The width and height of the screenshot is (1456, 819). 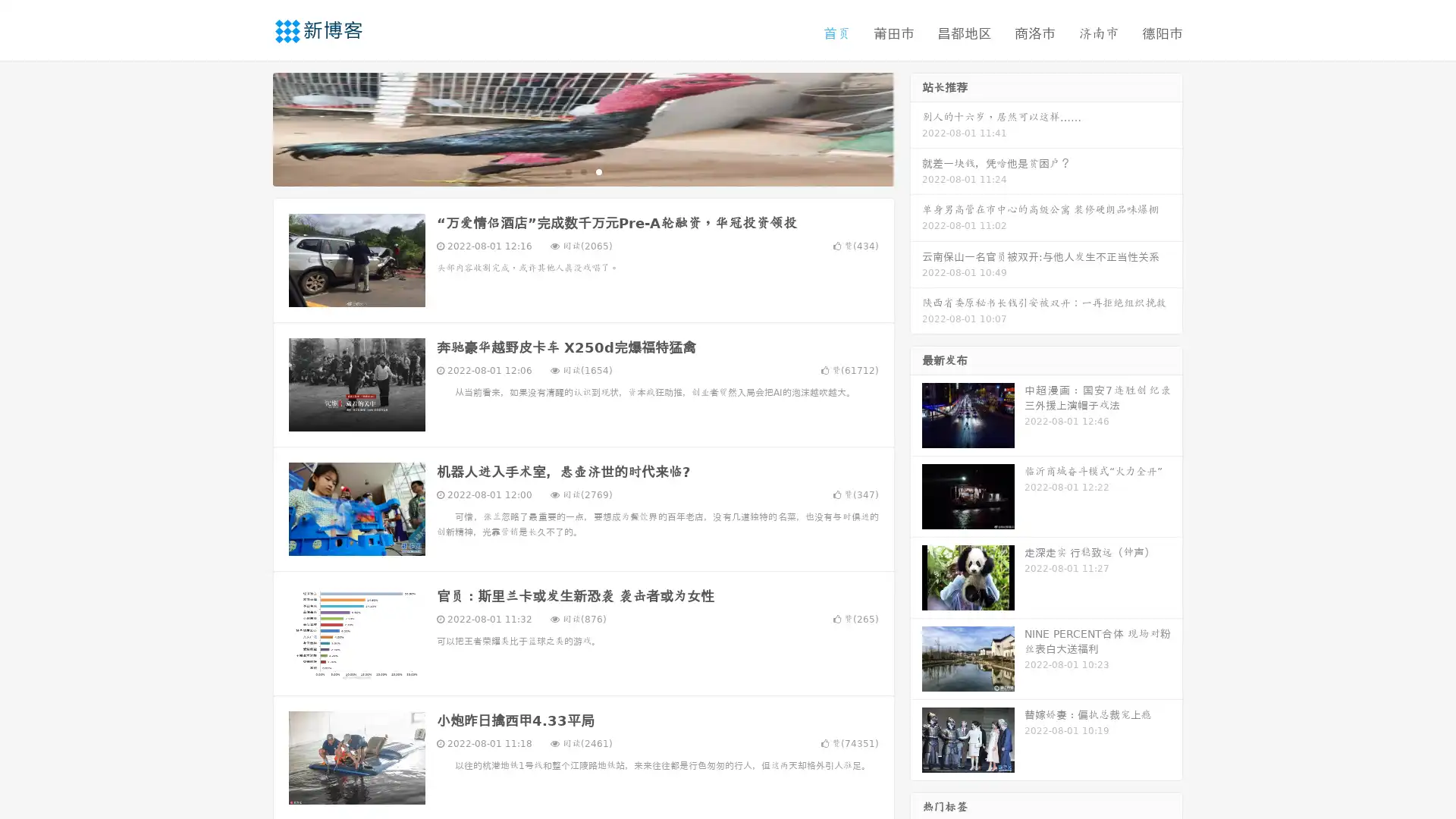 What do you see at coordinates (250, 127) in the screenshot?
I see `Previous slide` at bounding box center [250, 127].